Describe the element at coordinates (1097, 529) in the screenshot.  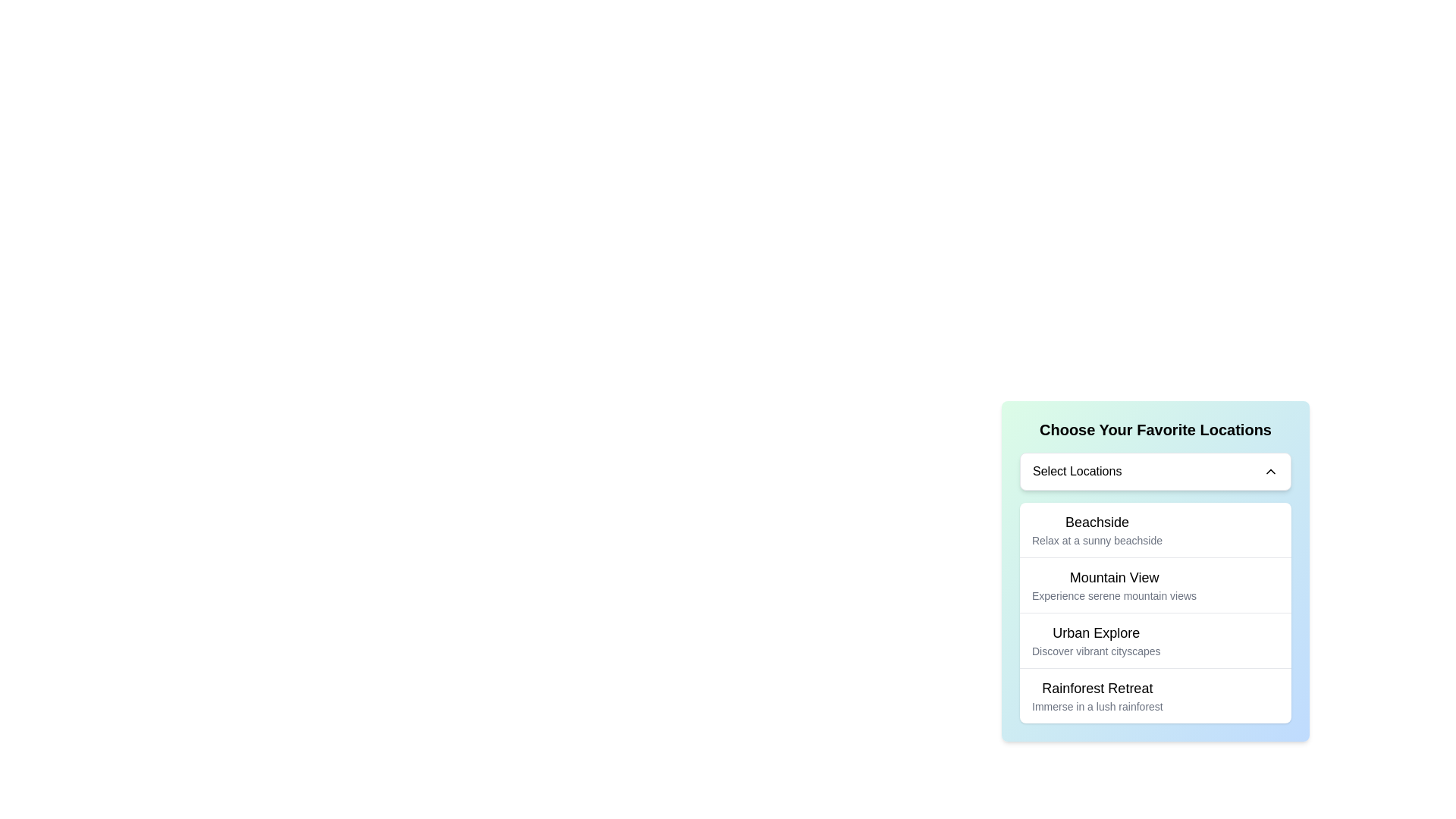
I see `the first entry in the list under 'Choose Your Favorite Locations'` at that location.